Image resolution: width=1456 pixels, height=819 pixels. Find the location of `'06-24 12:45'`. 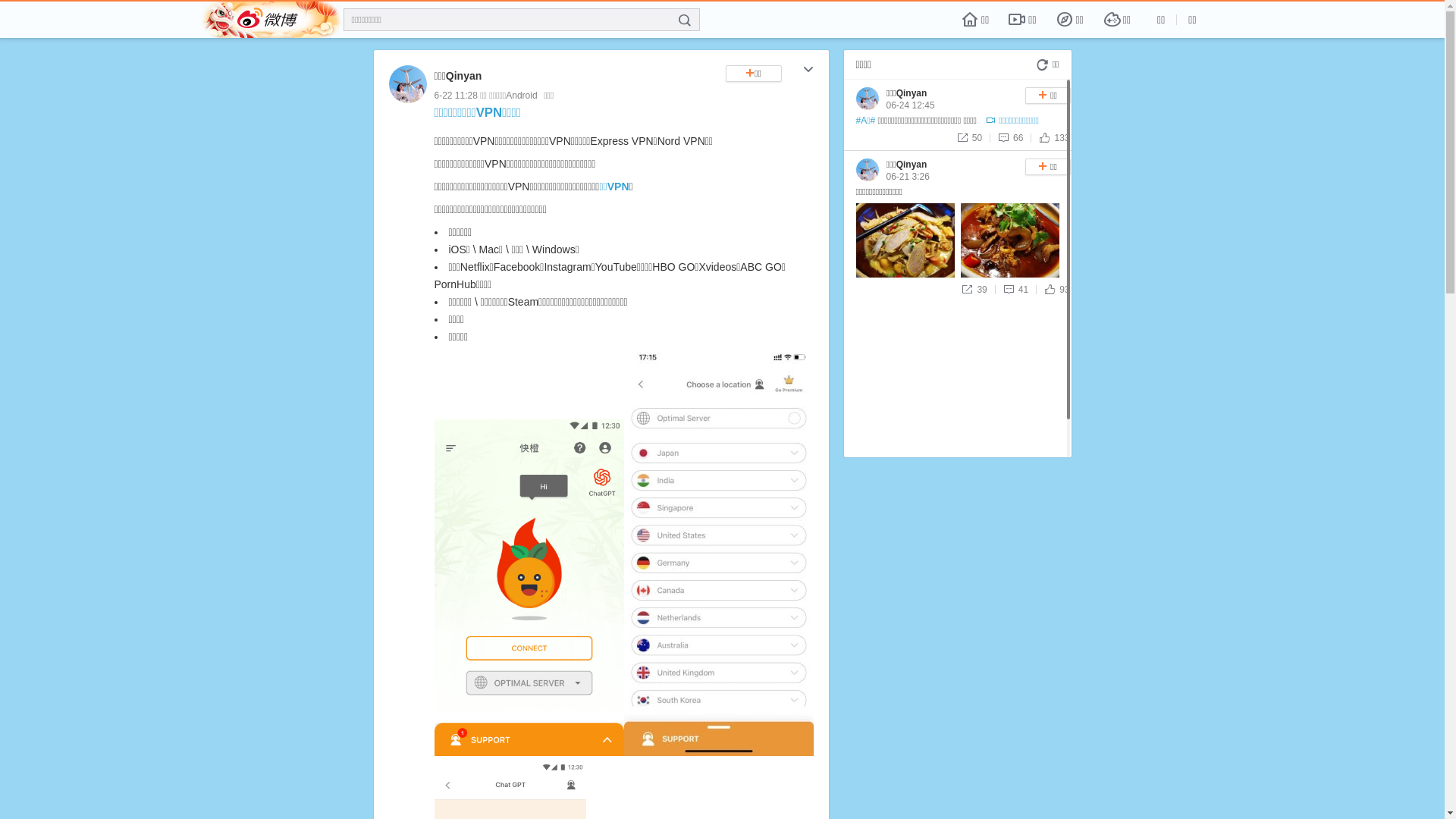

'06-24 12:45' is located at coordinates (910, 104).